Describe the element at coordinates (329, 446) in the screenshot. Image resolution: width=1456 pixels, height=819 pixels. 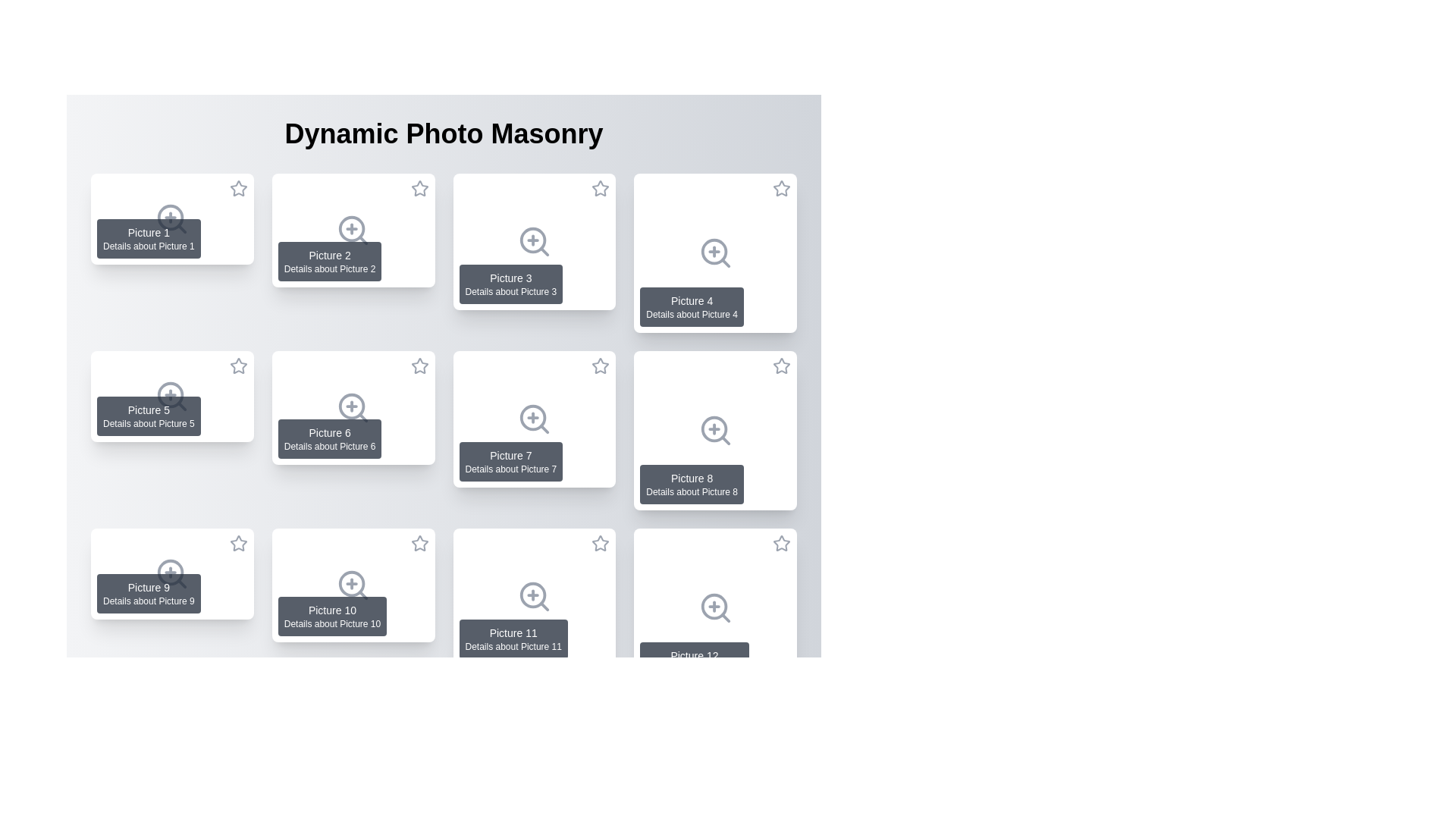
I see `the static text label providing supplementary information for 'Picture 6', located below the 'Picture 6' title in the dark background rectangle of the sixth photo card` at that location.